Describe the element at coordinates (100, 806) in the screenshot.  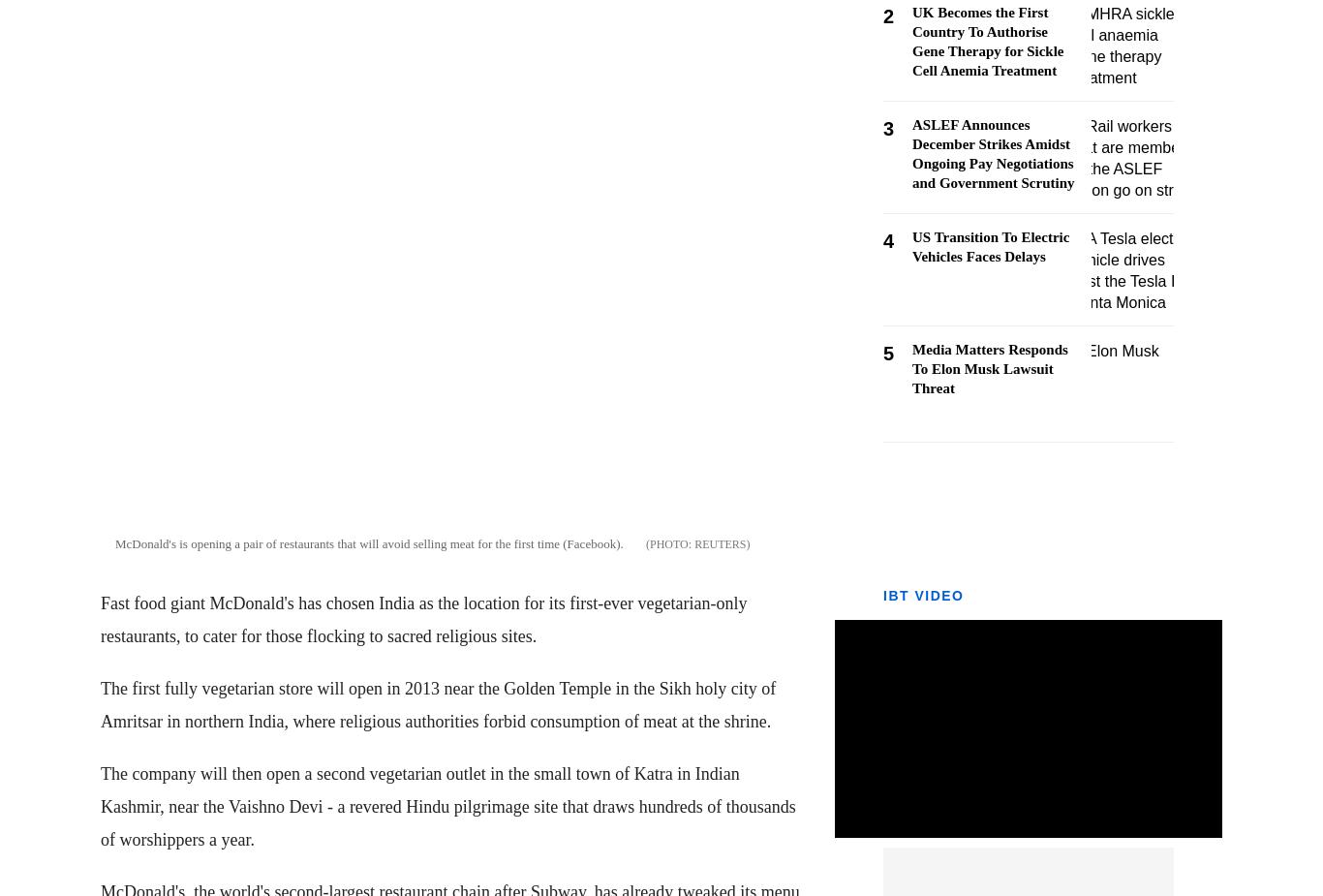
I see `'The company will then open a second vegetarian outlet in the small town of Katra in Indian Kashmir, near the Vaishno Devi - a revered Hindu pilgrimage site that draws hundreds of thousands of worshippers a year.'` at that location.